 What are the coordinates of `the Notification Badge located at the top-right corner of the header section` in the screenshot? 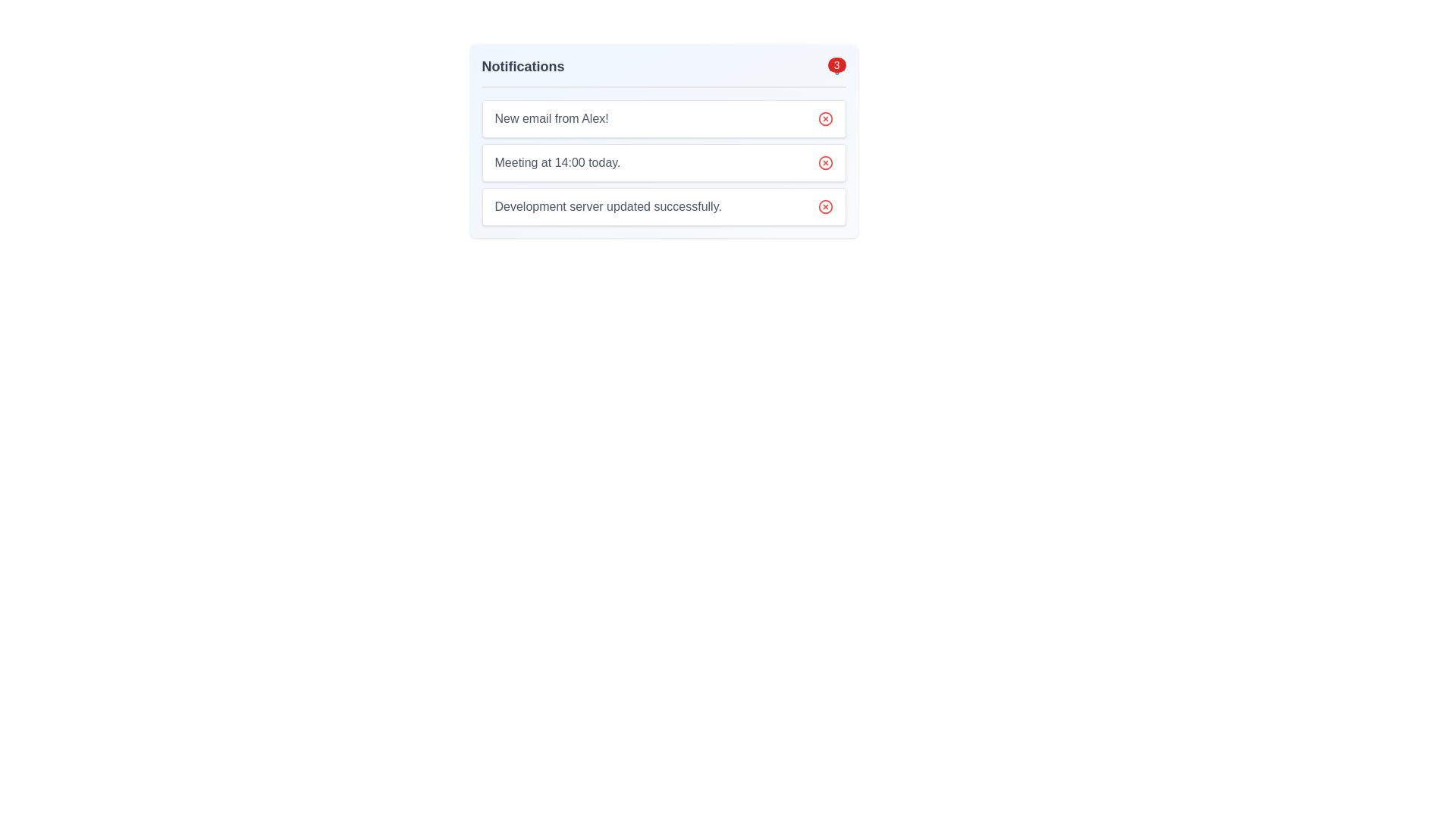 It's located at (836, 66).